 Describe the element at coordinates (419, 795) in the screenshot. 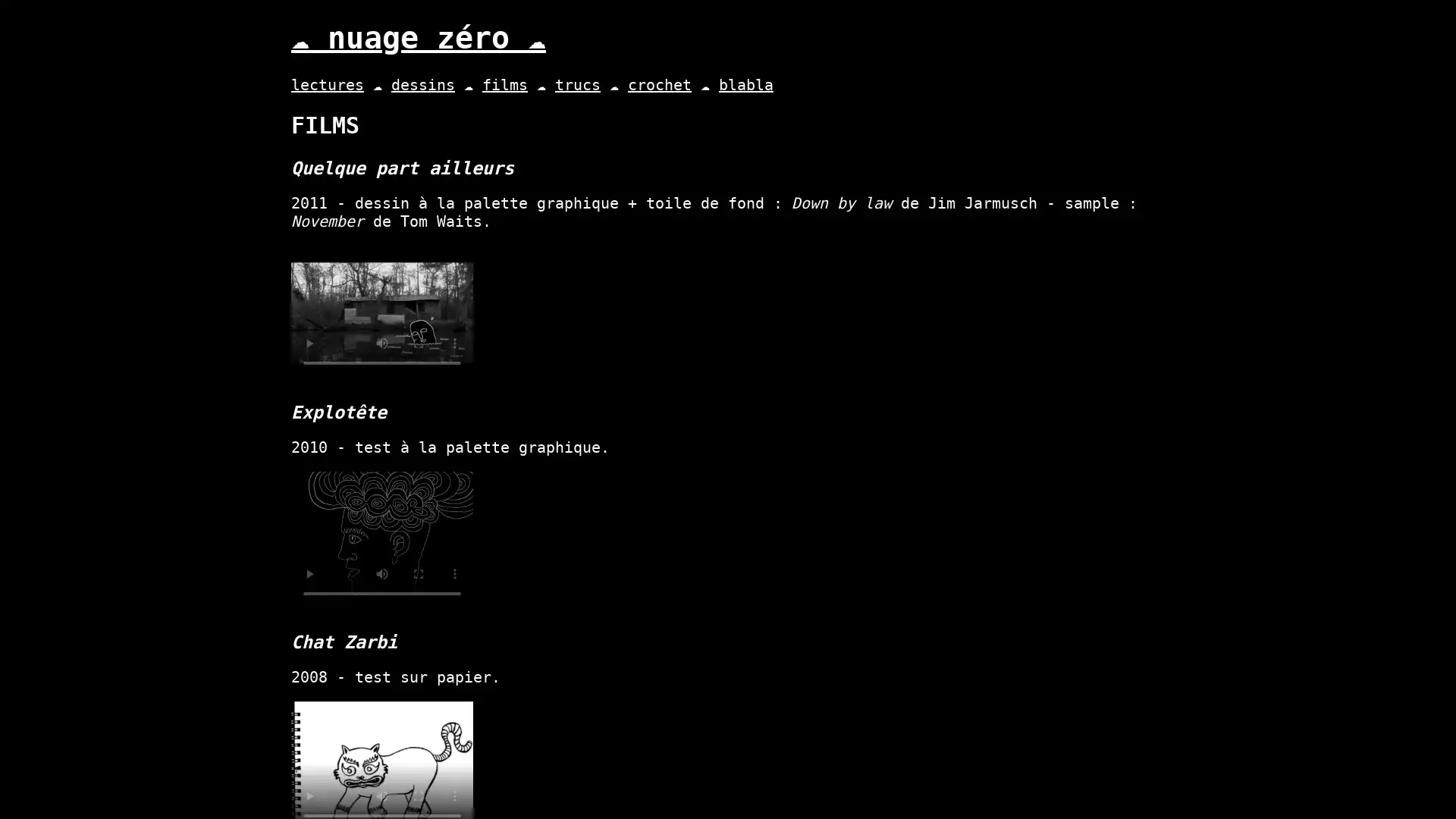

I see `enter full screen` at that location.